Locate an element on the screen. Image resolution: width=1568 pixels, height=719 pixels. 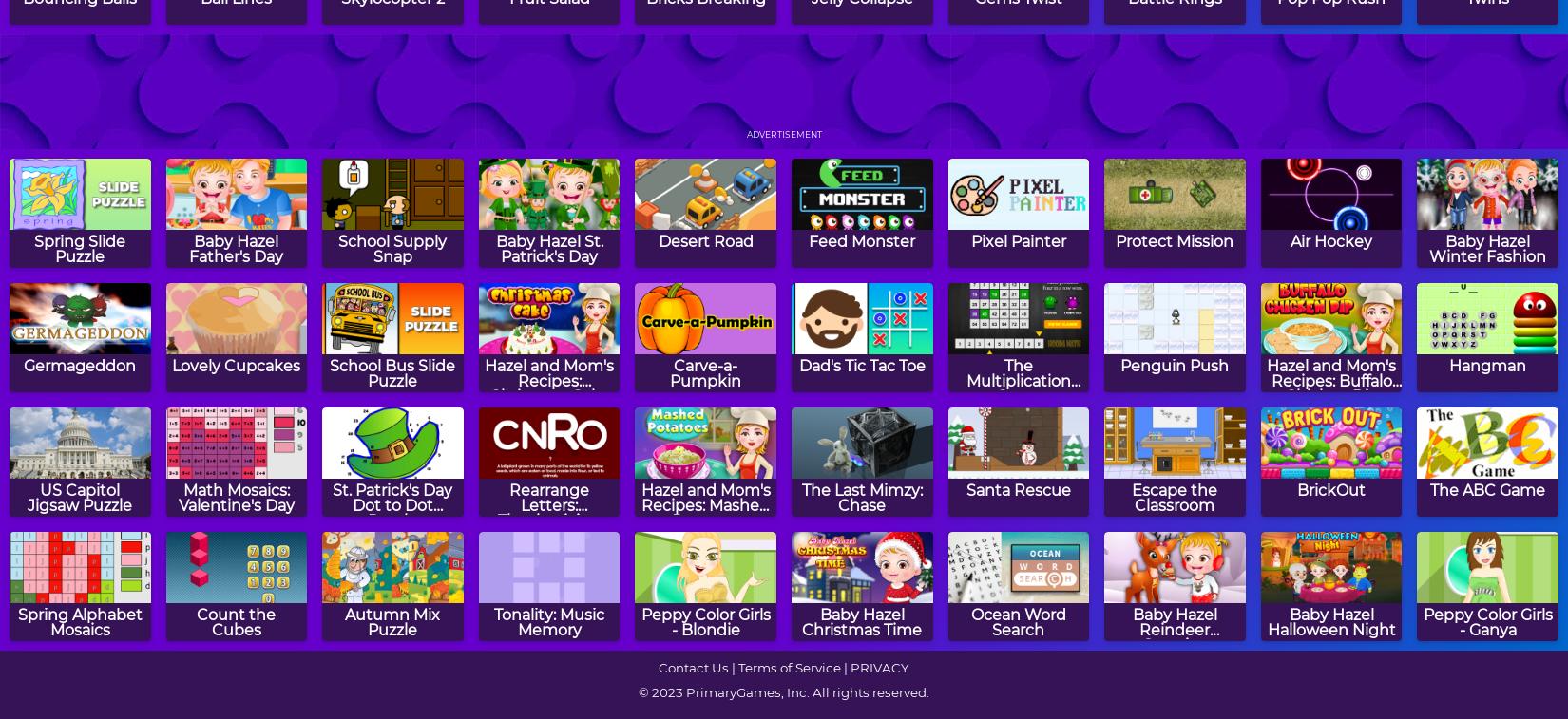
'Gems Swap' is located at coordinates (236, 121).